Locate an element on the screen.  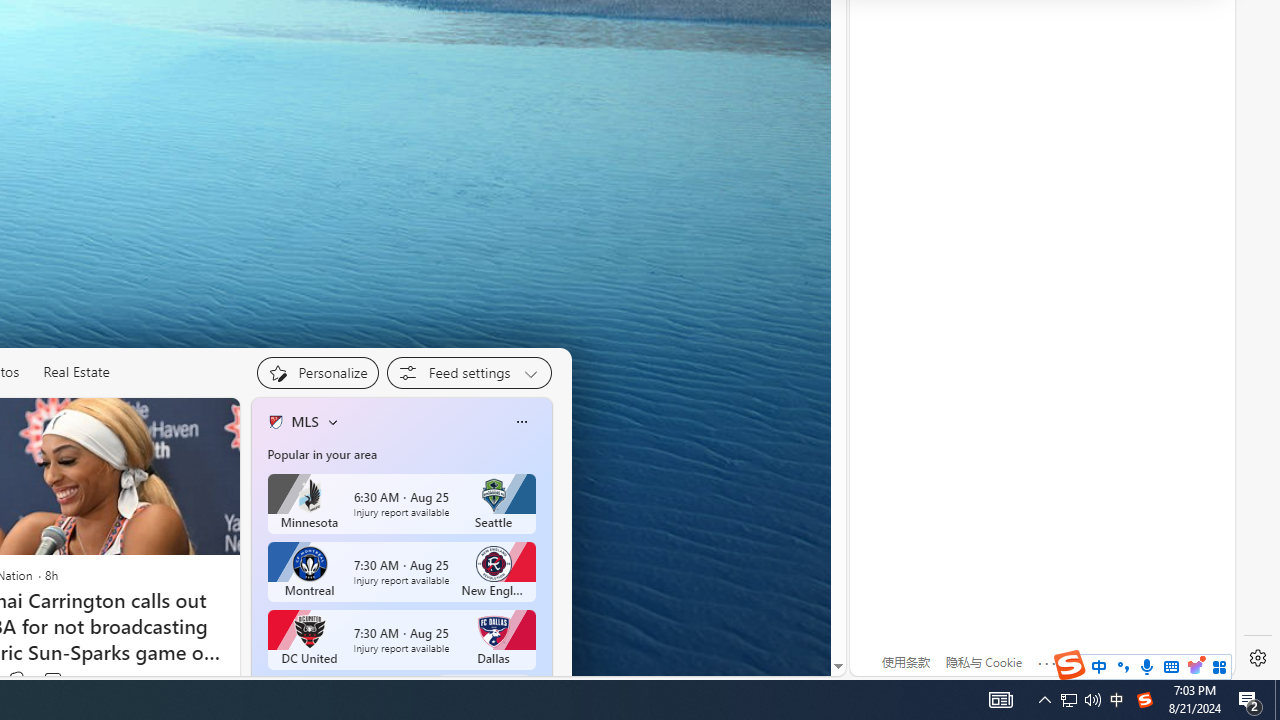
'Feed settings' is located at coordinates (468, 372).